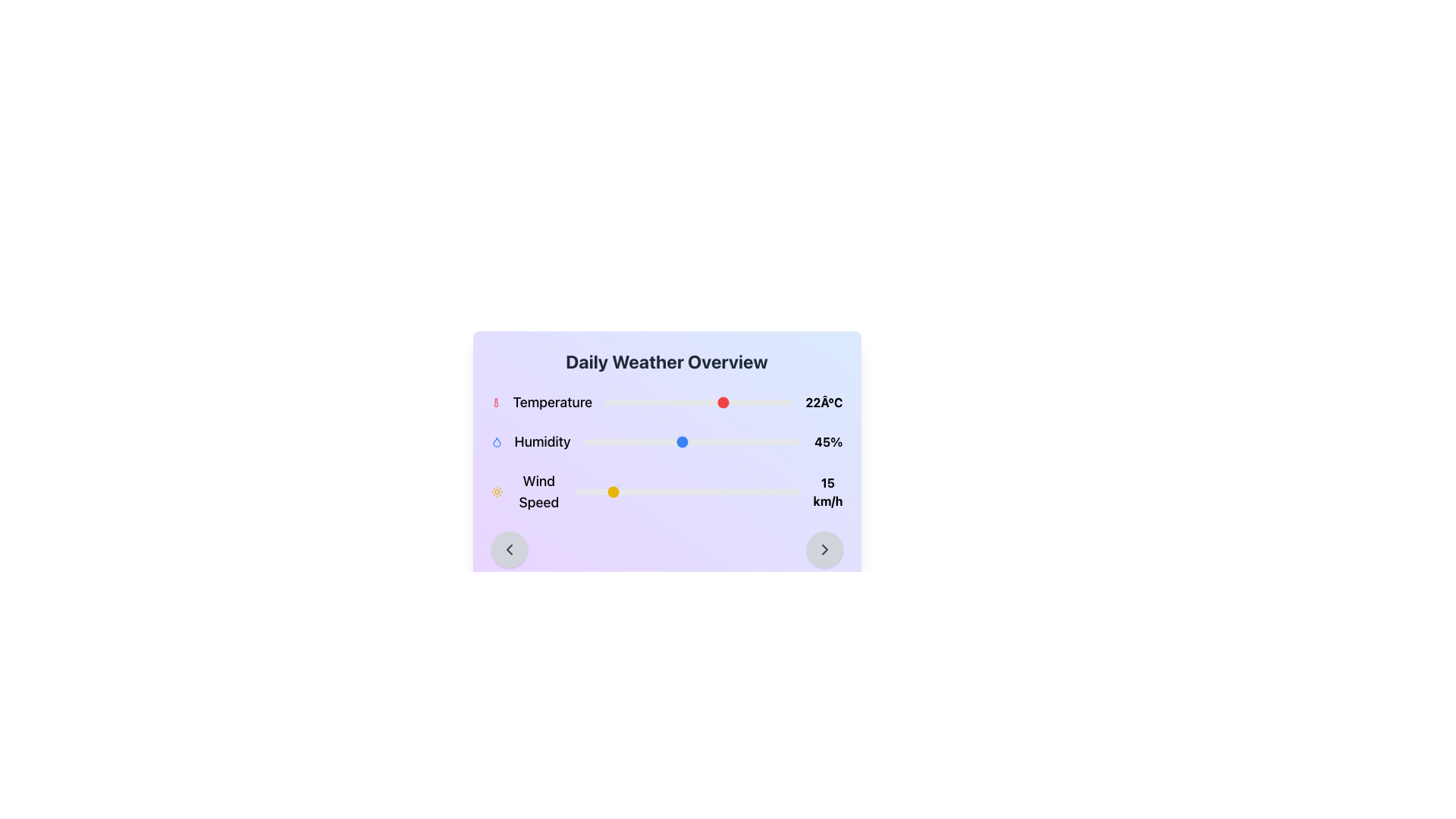  Describe the element at coordinates (601, 441) in the screenshot. I see `the humidity level` at that location.